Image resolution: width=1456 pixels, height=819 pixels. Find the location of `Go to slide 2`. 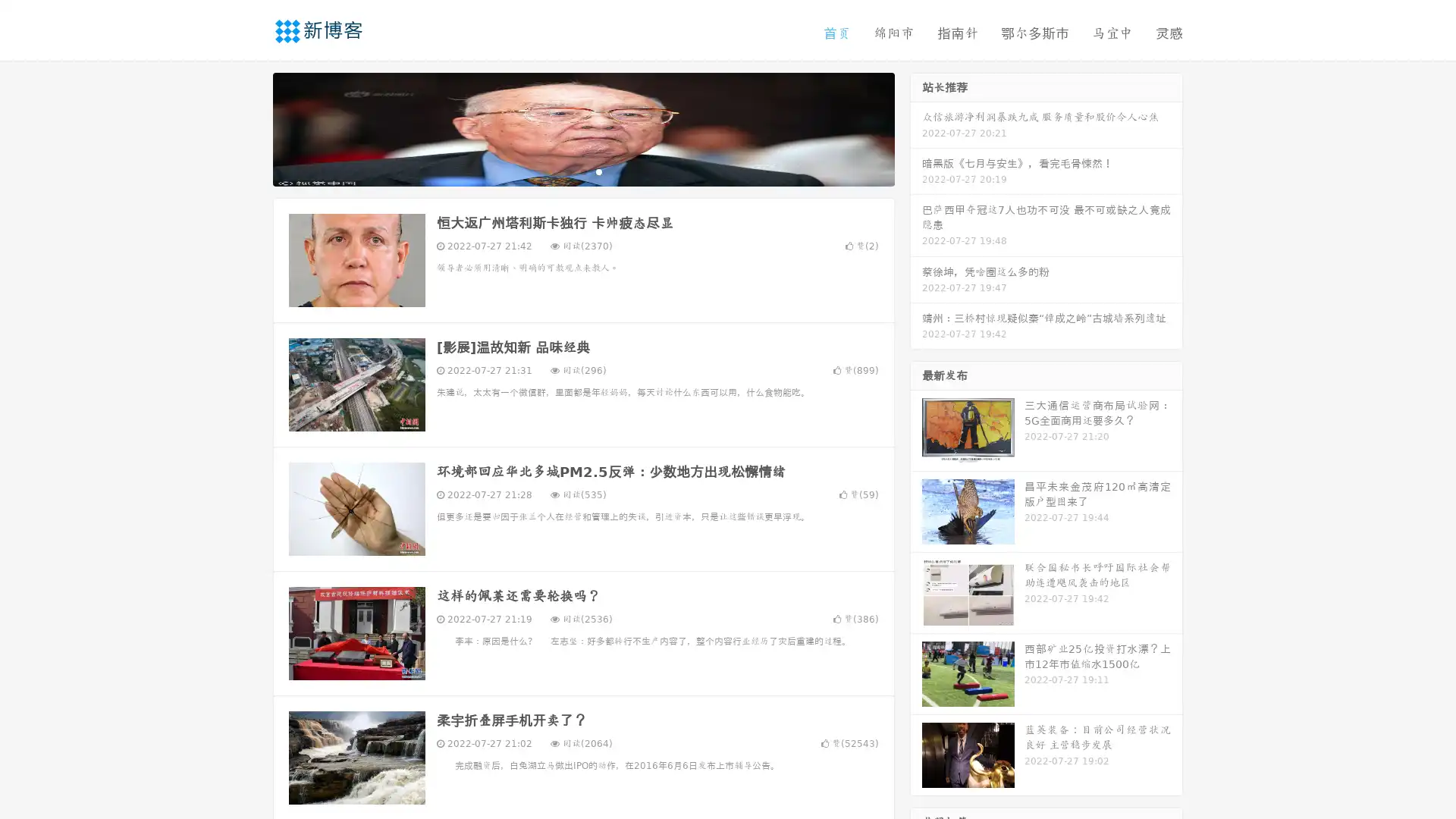

Go to slide 2 is located at coordinates (582, 171).